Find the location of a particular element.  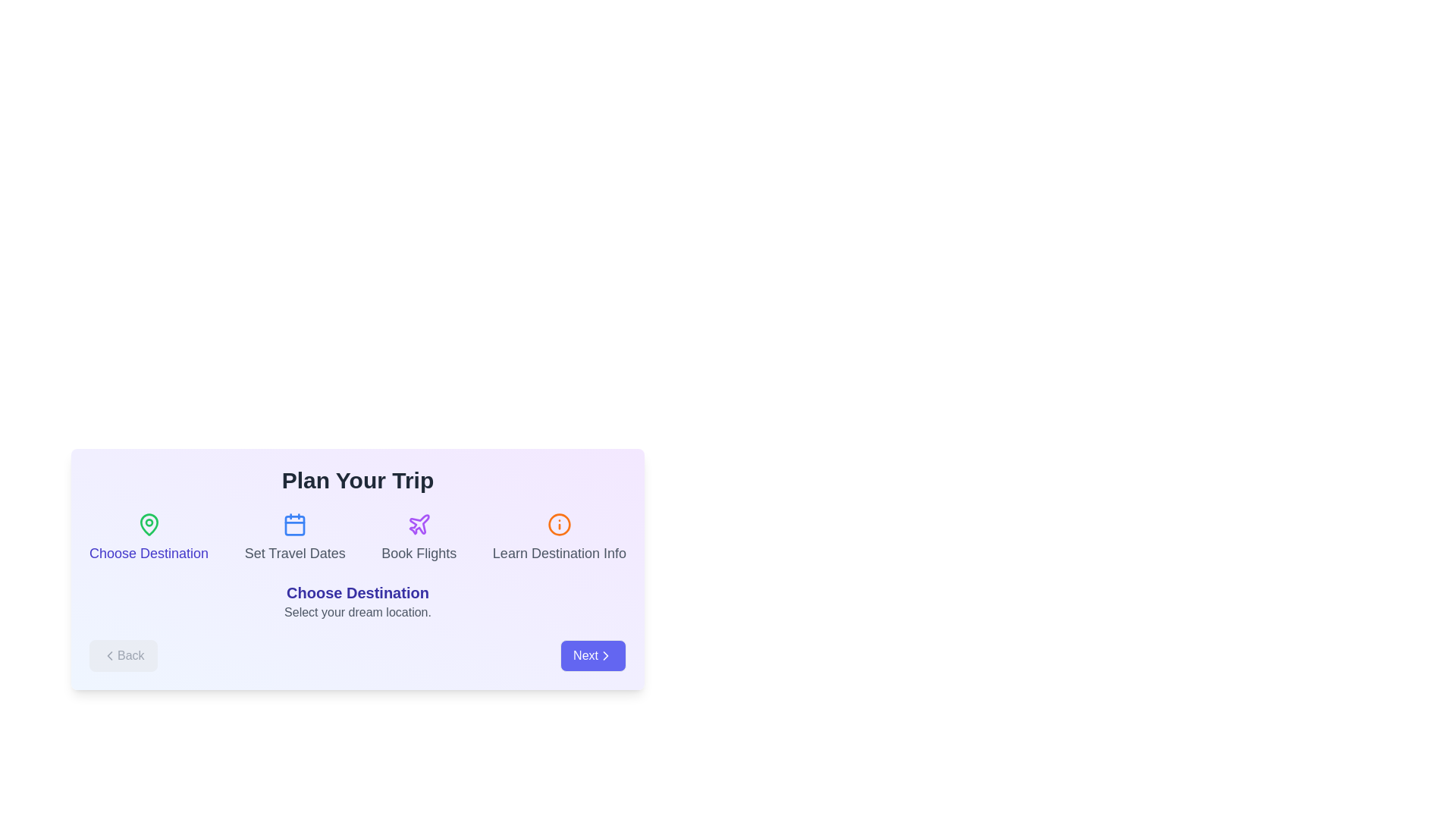

descriptive text located directly below the 'Choose Destination' heading, which specifies the purpose or next step related to that option is located at coordinates (356, 611).